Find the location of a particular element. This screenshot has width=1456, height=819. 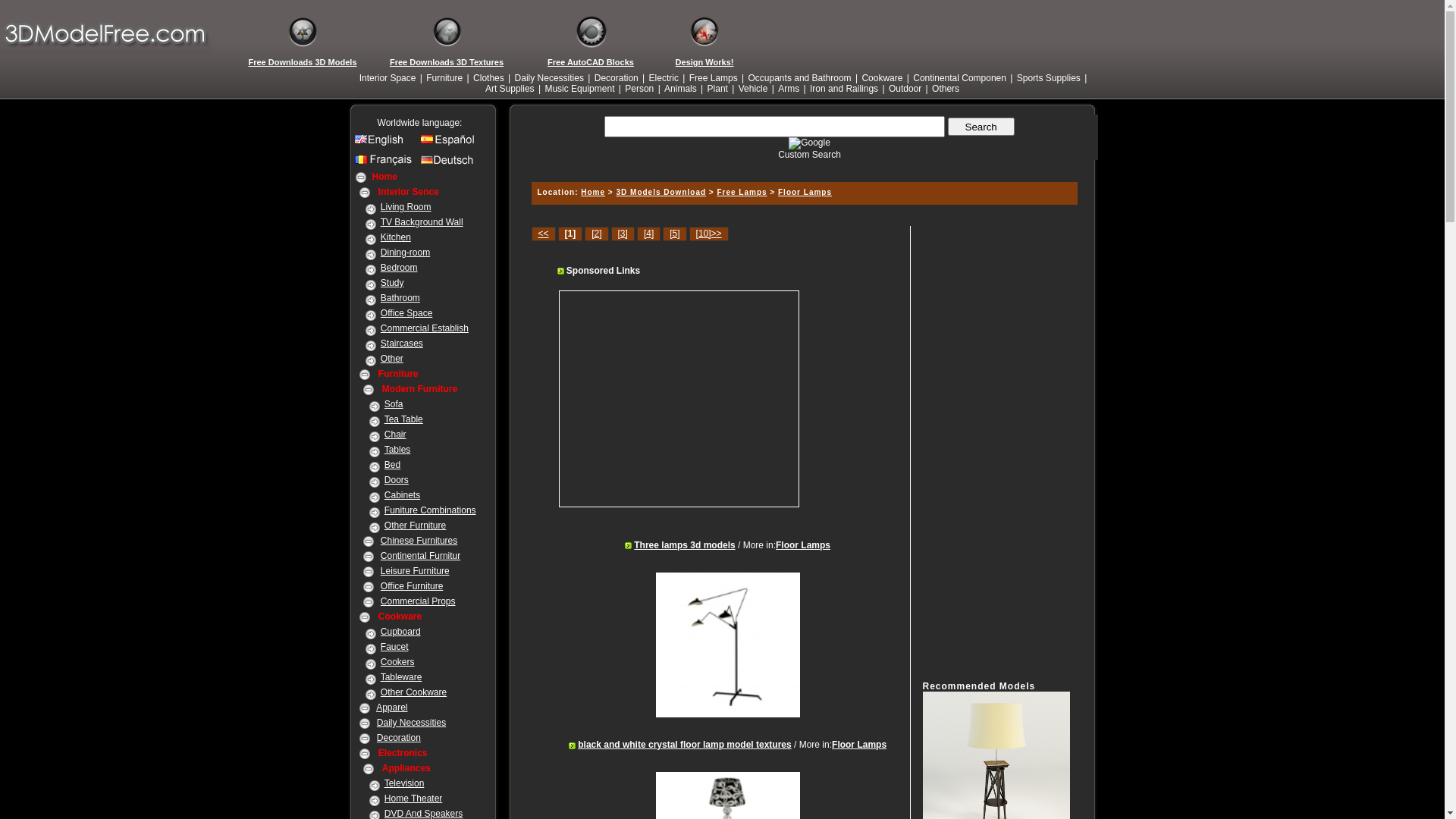

'Decoration' is located at coordinates (616, 78).